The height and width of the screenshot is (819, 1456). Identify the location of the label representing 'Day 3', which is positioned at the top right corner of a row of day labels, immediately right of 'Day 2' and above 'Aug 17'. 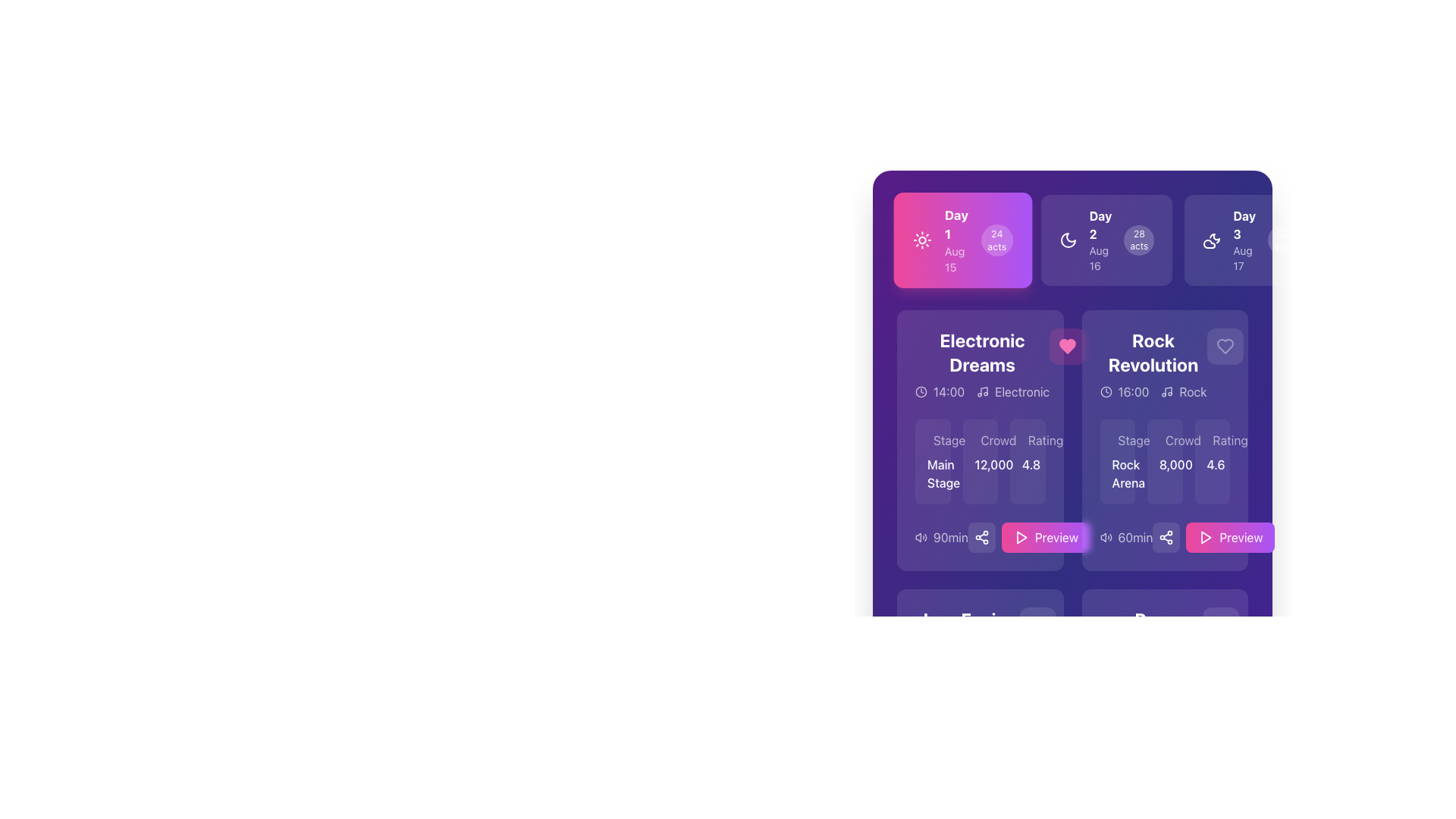
(1244, 225).